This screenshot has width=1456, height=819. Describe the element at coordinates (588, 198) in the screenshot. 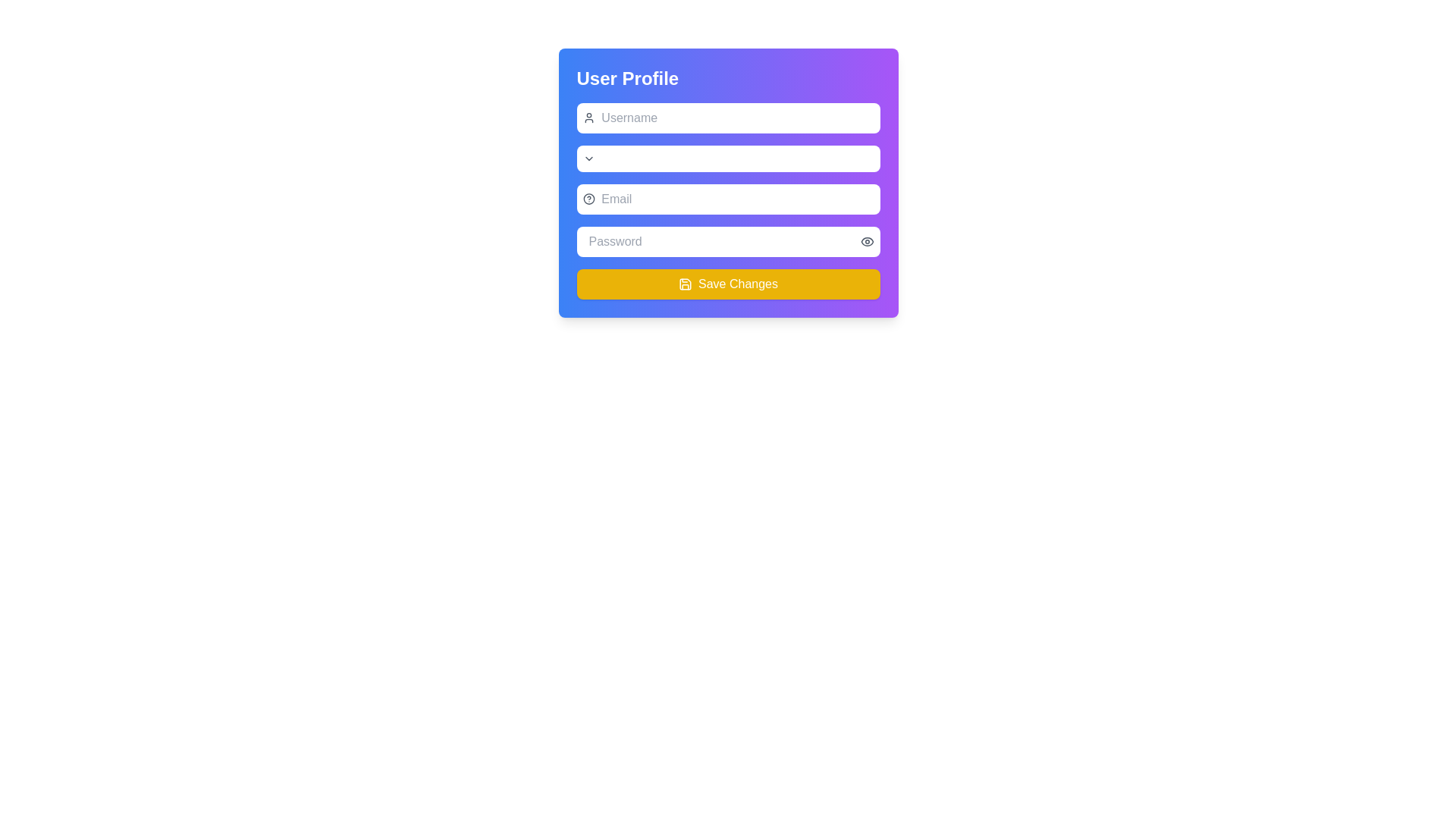

I see `the outer circle of the help icon associated with the email input field, which is represented by a vector graphic component` at that location.